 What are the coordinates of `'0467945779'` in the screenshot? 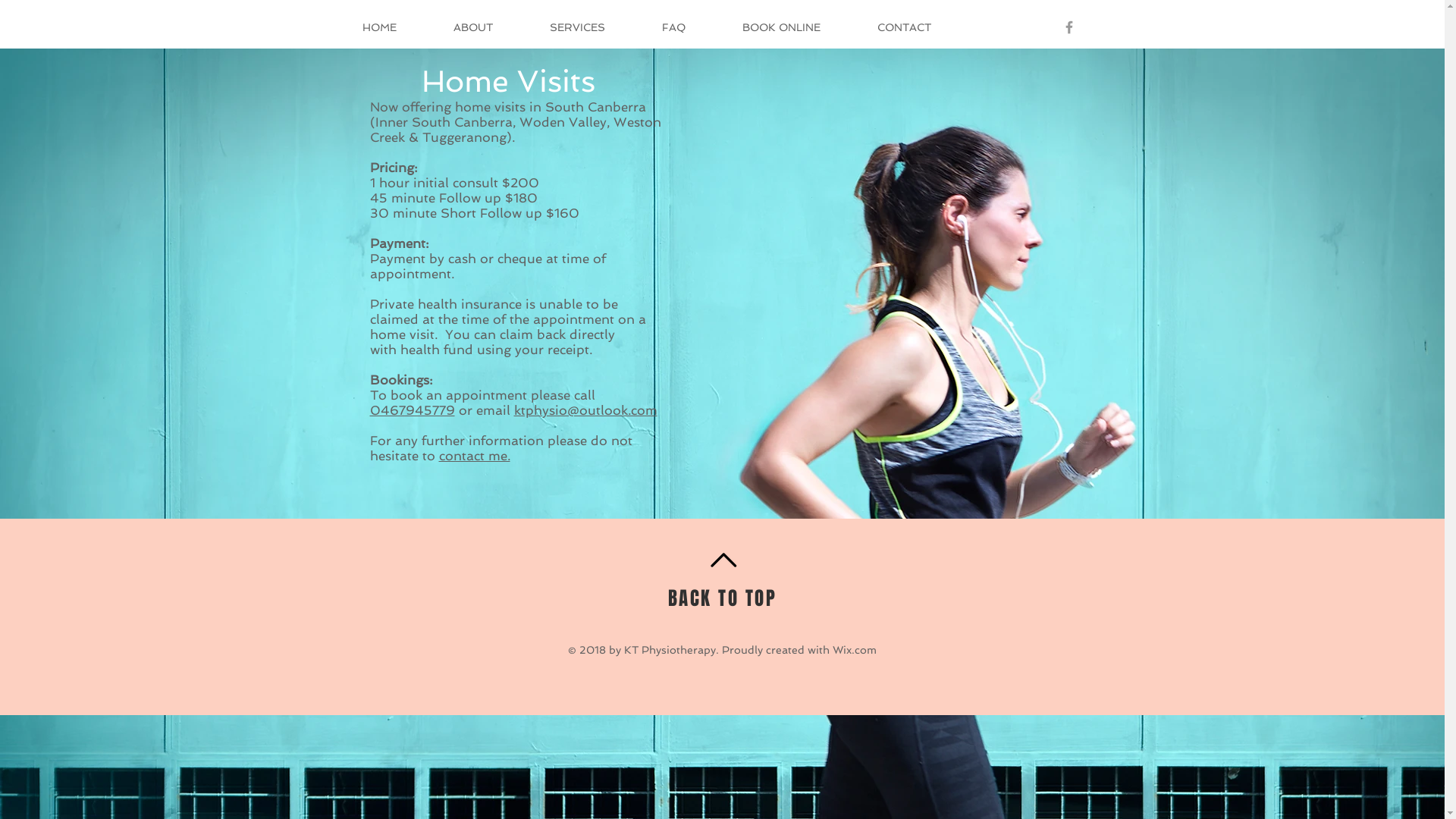 It's located at (412, 409).